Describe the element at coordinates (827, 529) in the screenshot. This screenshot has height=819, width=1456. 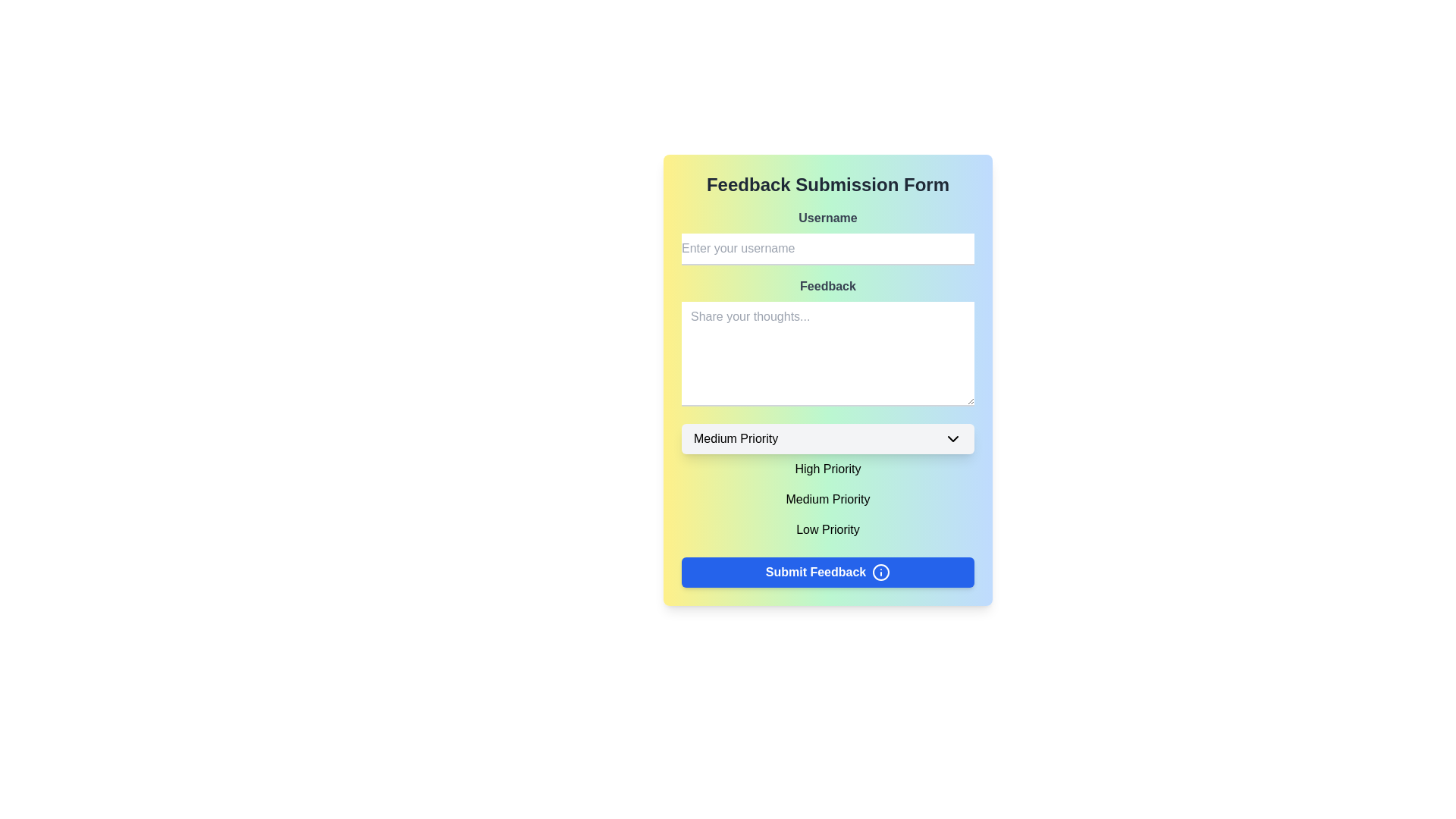
I see `the 'Low Priority' dropdown option, which is the third item in the dropdown menu under 'Medium Priority'` at that location.